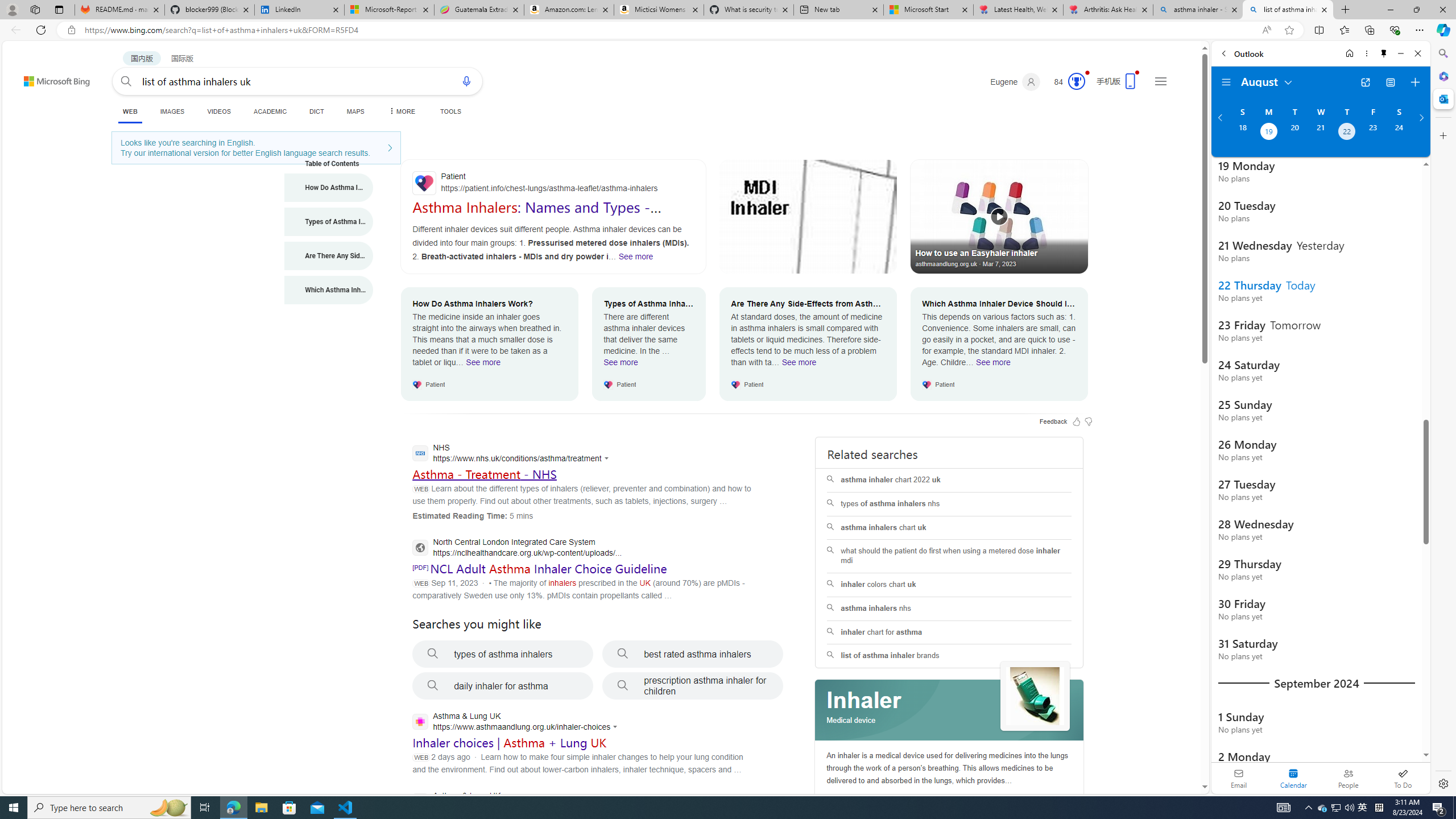  Describe the element at coordinates (49, 78) in the screenshot. I see `'Back to Bing search'` at that location.